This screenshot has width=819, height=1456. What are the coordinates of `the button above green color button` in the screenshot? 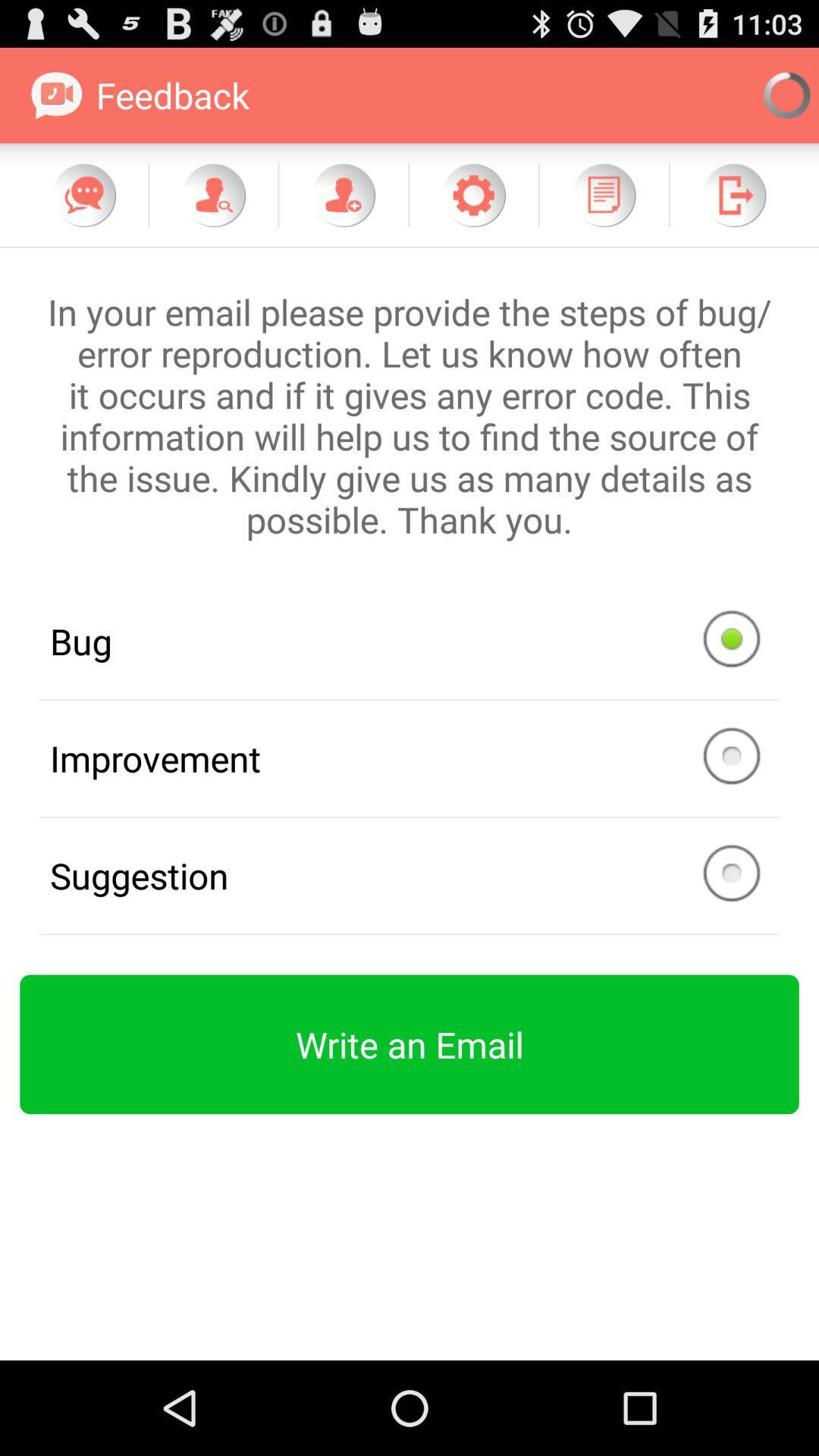 It's located at (409, 876).